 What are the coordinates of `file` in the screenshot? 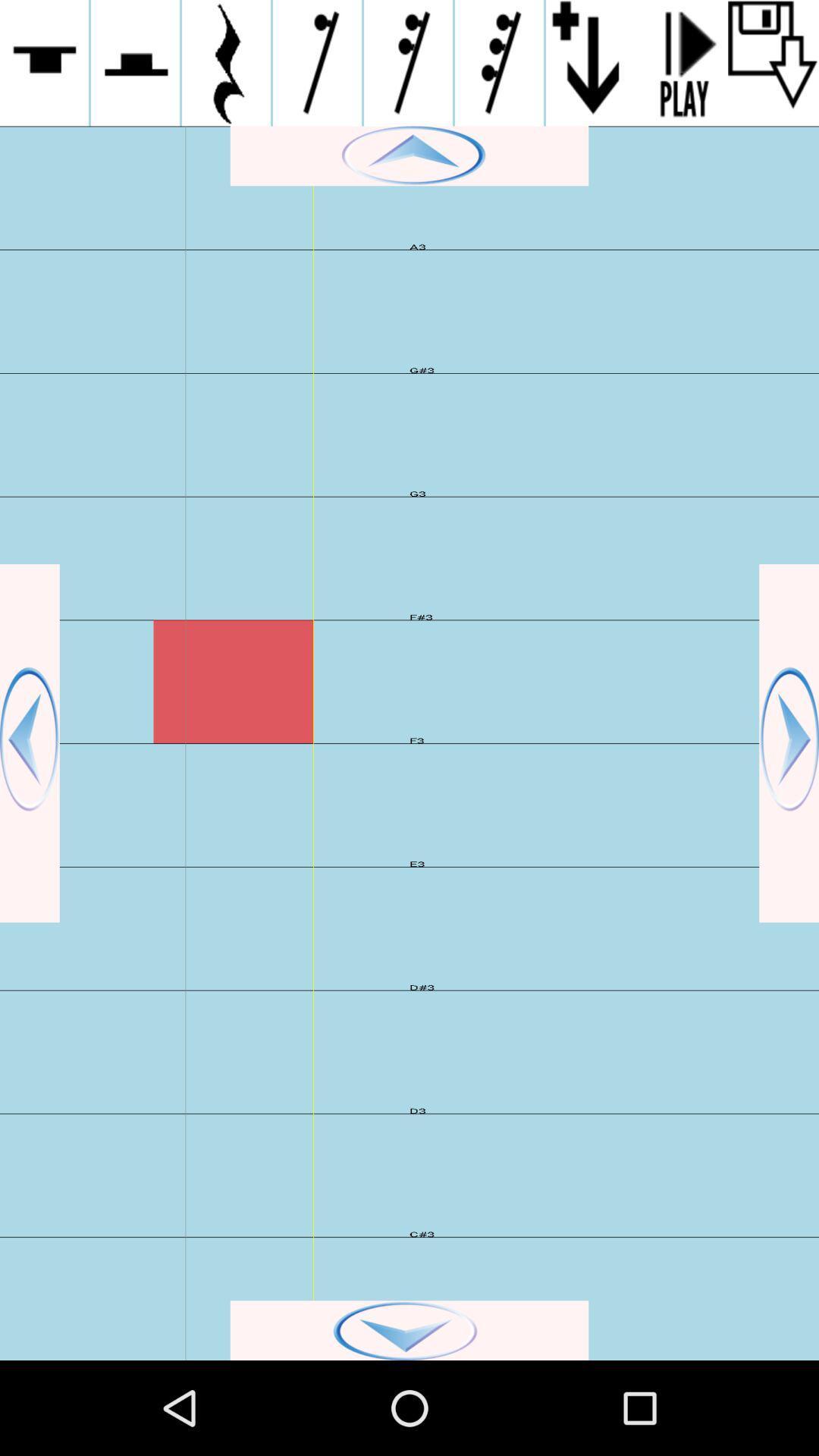 It's located at (773, 62).